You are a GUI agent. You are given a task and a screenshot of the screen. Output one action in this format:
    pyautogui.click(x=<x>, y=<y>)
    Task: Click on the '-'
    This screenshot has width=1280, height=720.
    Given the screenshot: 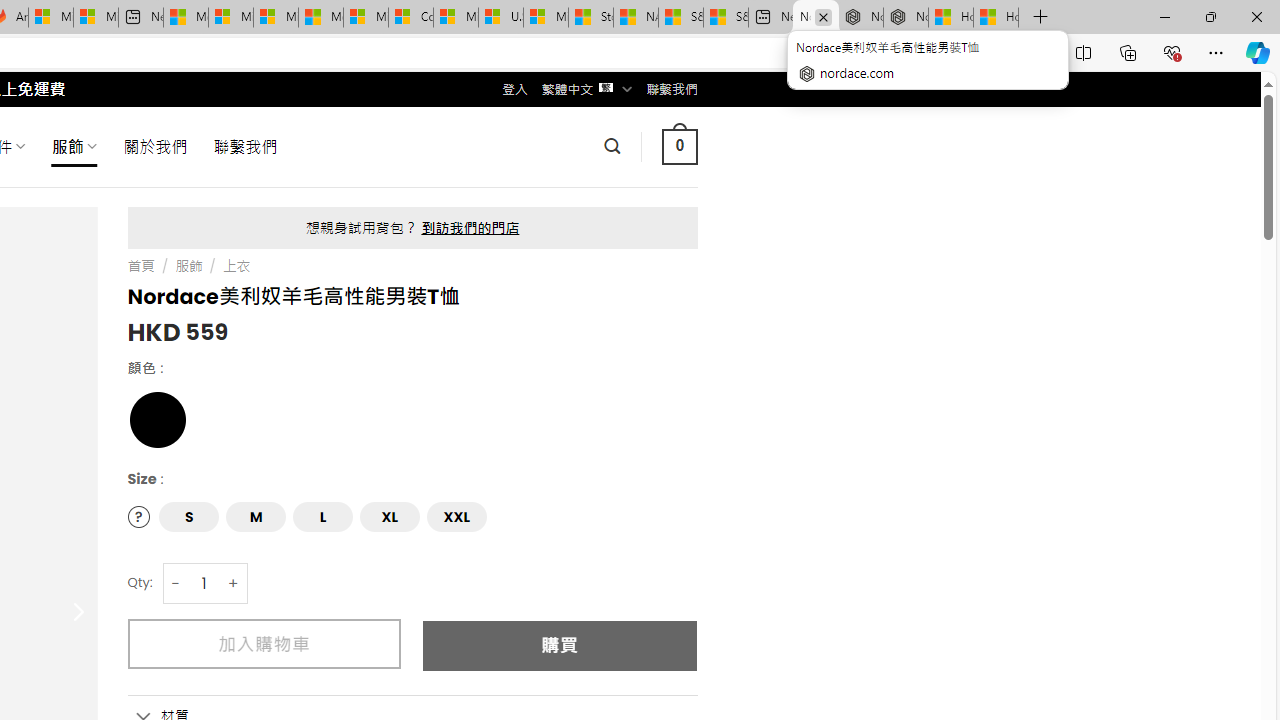 What is the action you would take?
    pyautogui.click(x=176, y=583)
    